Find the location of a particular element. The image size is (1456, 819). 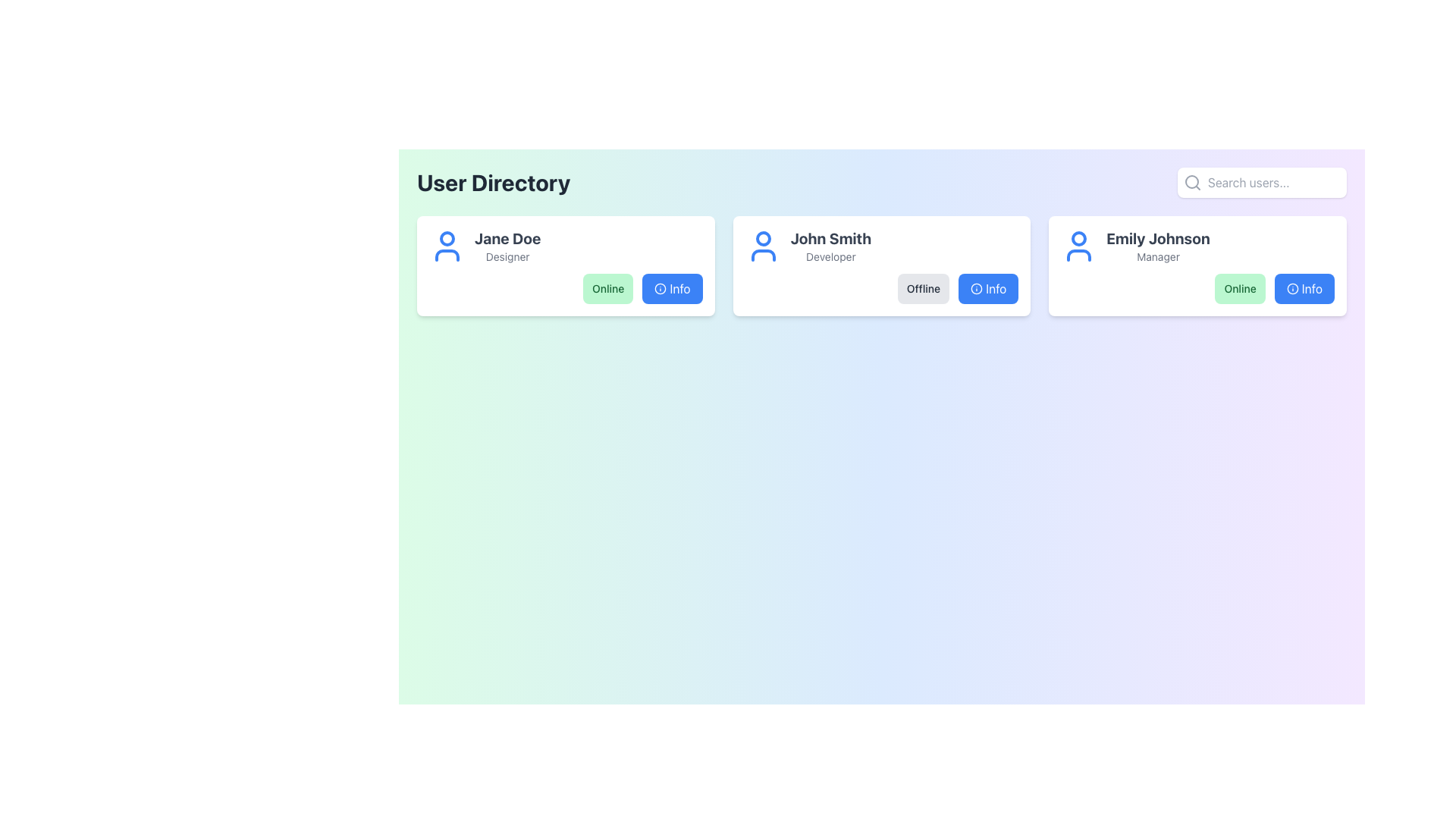

the user name text label located in the third user profile card, positioned above the 'Manager' text is located at coordinates (1157, 239).